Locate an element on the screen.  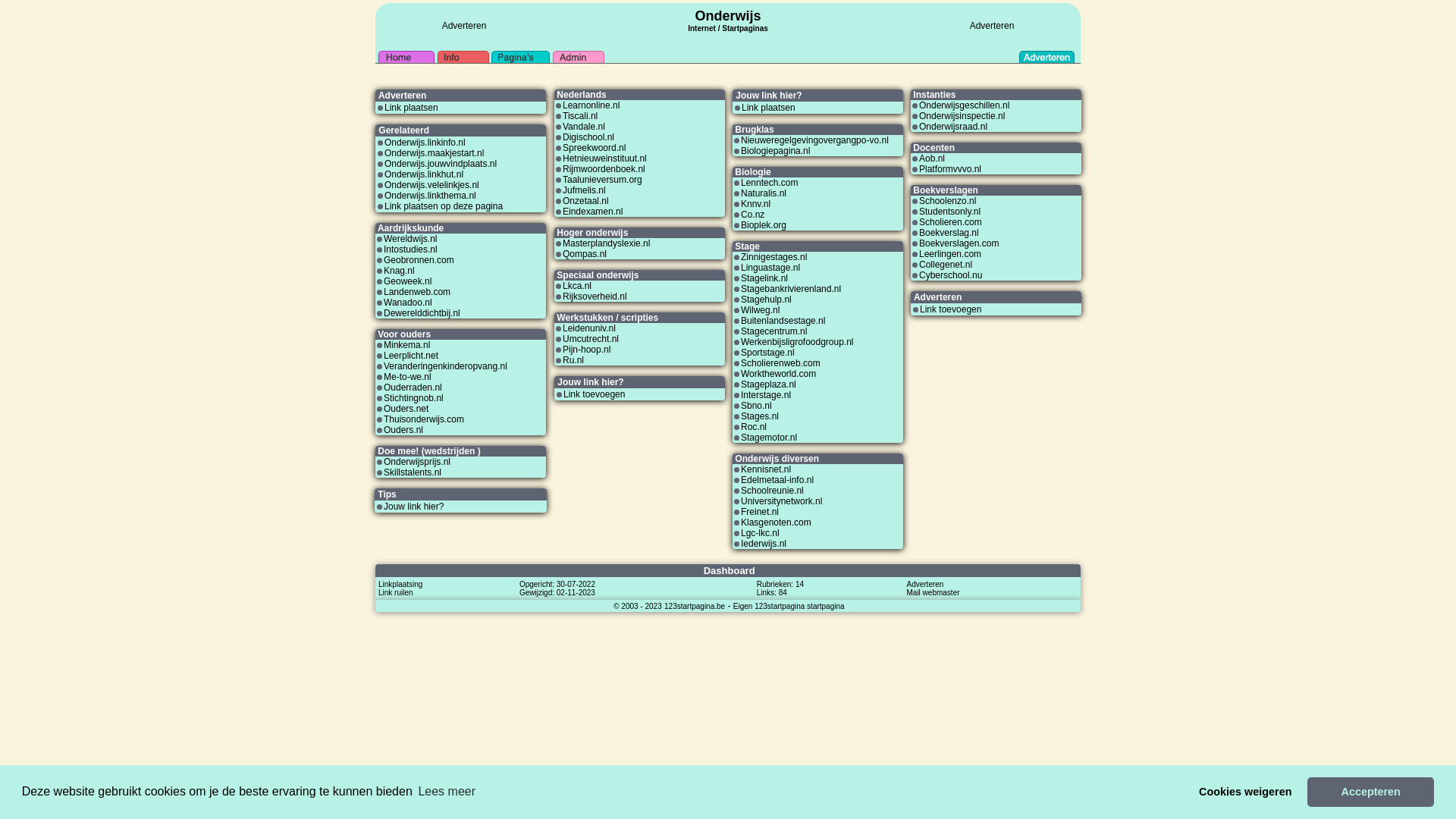
'Dewerelddichtbij.nl' is located at coordinates (422, 312).